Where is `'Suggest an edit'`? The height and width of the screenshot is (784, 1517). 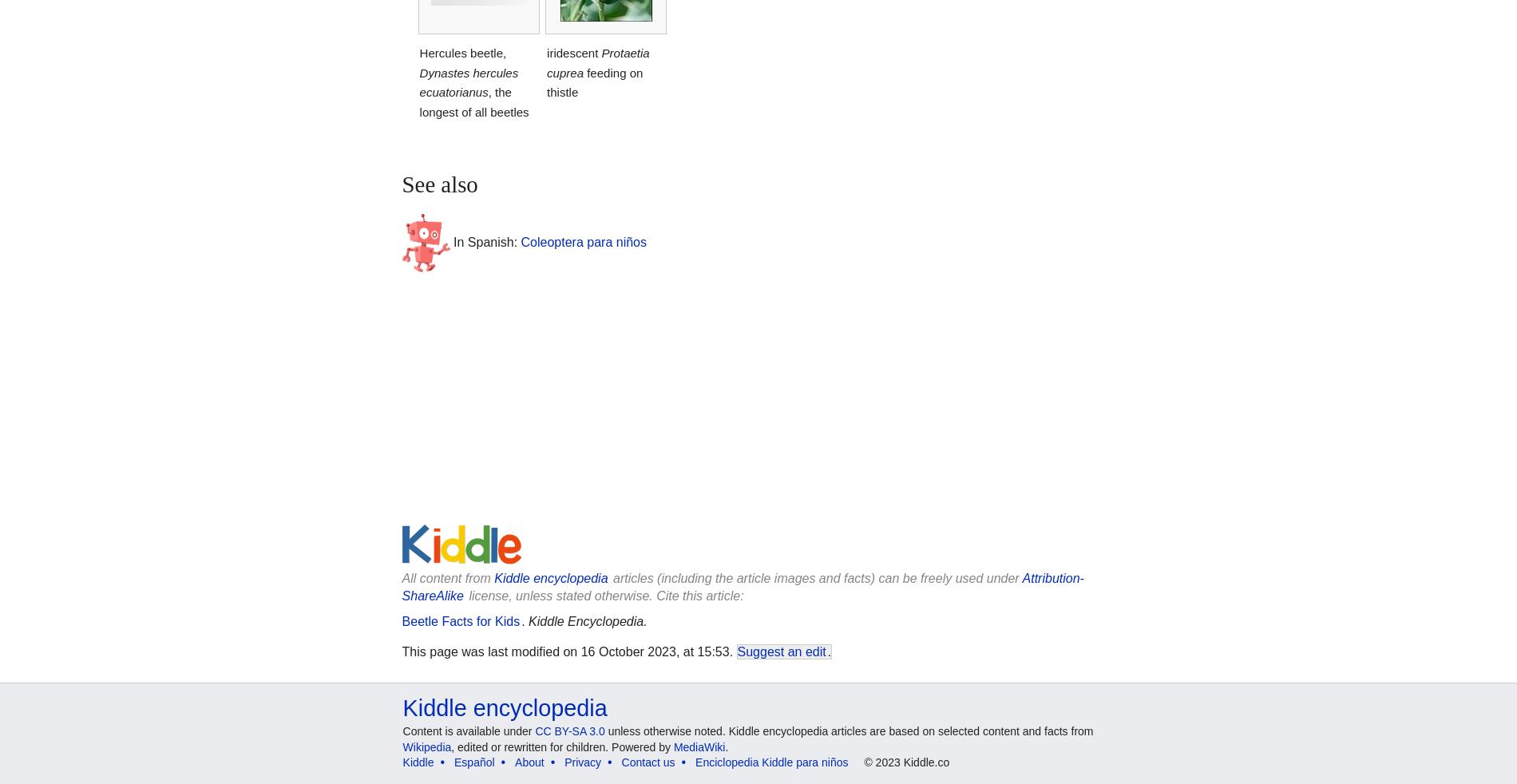
'Suggest an edit' is located at coordinates (736, 651).